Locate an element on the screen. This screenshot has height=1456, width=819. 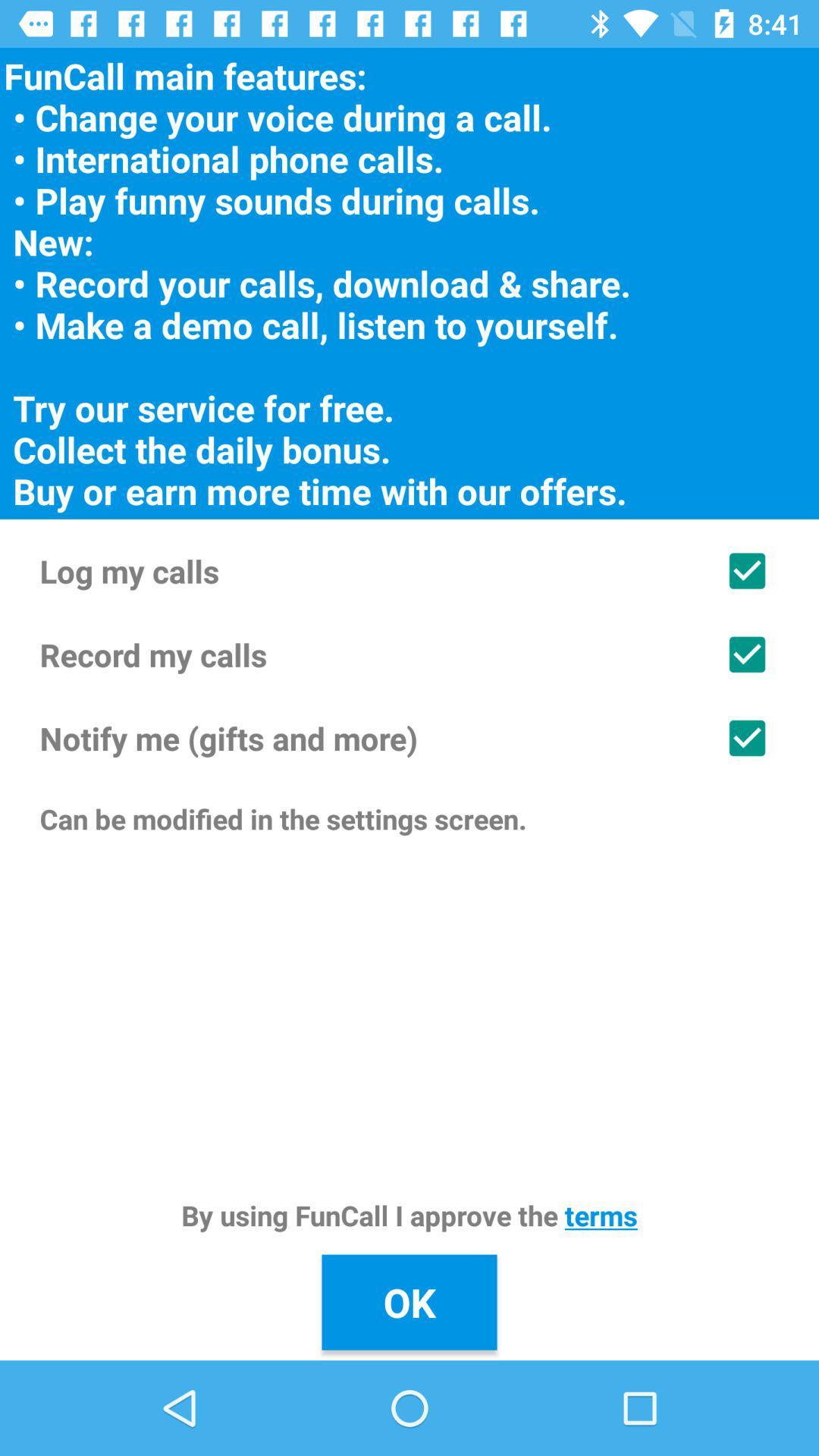
the icon below by using funcall icon is located at coordinates (409, 1301).